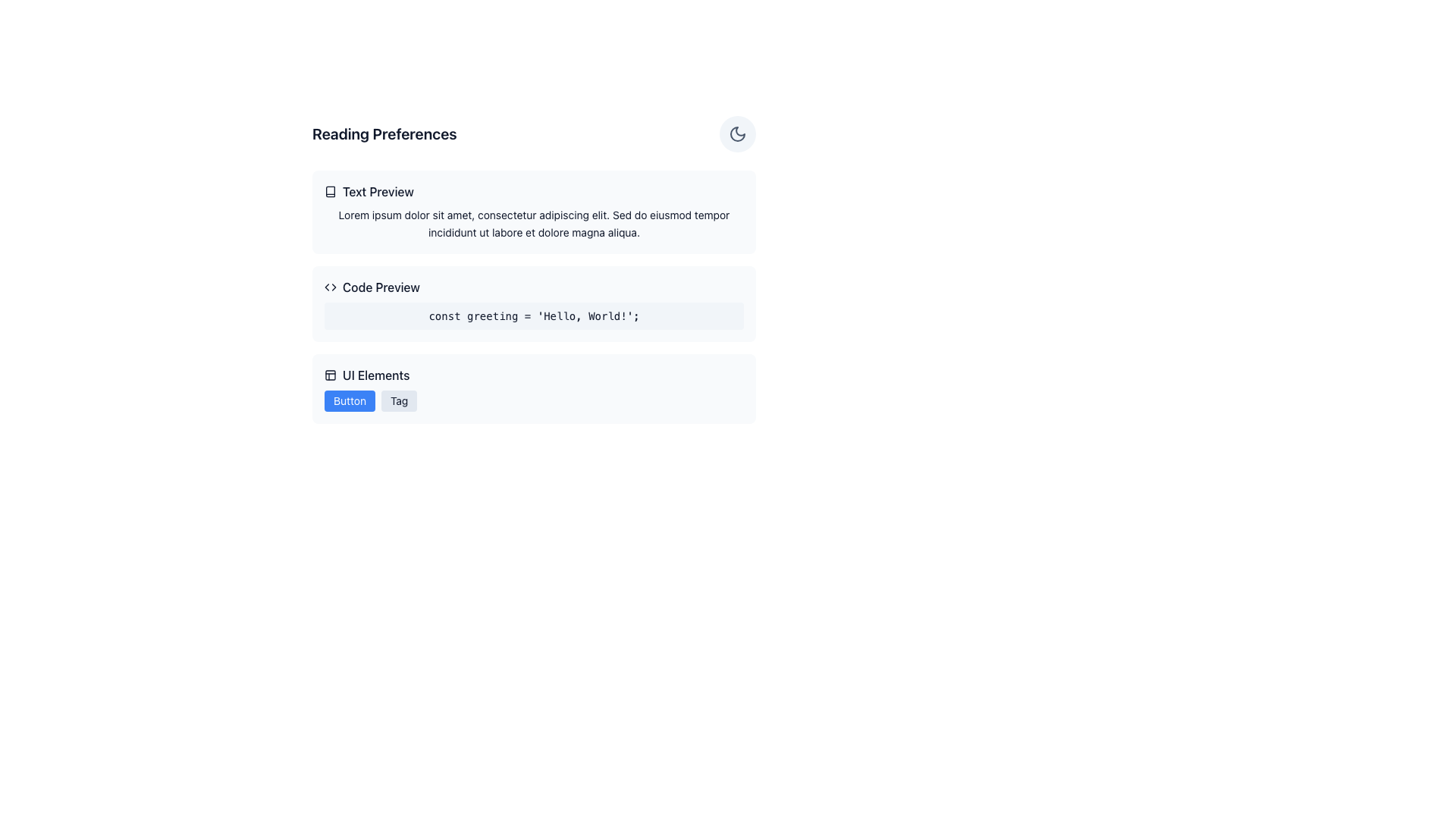  I want to click on the code icon positioned to the left of the 'Code Preview' text, aligned horizontally with it, so click(330, 287).